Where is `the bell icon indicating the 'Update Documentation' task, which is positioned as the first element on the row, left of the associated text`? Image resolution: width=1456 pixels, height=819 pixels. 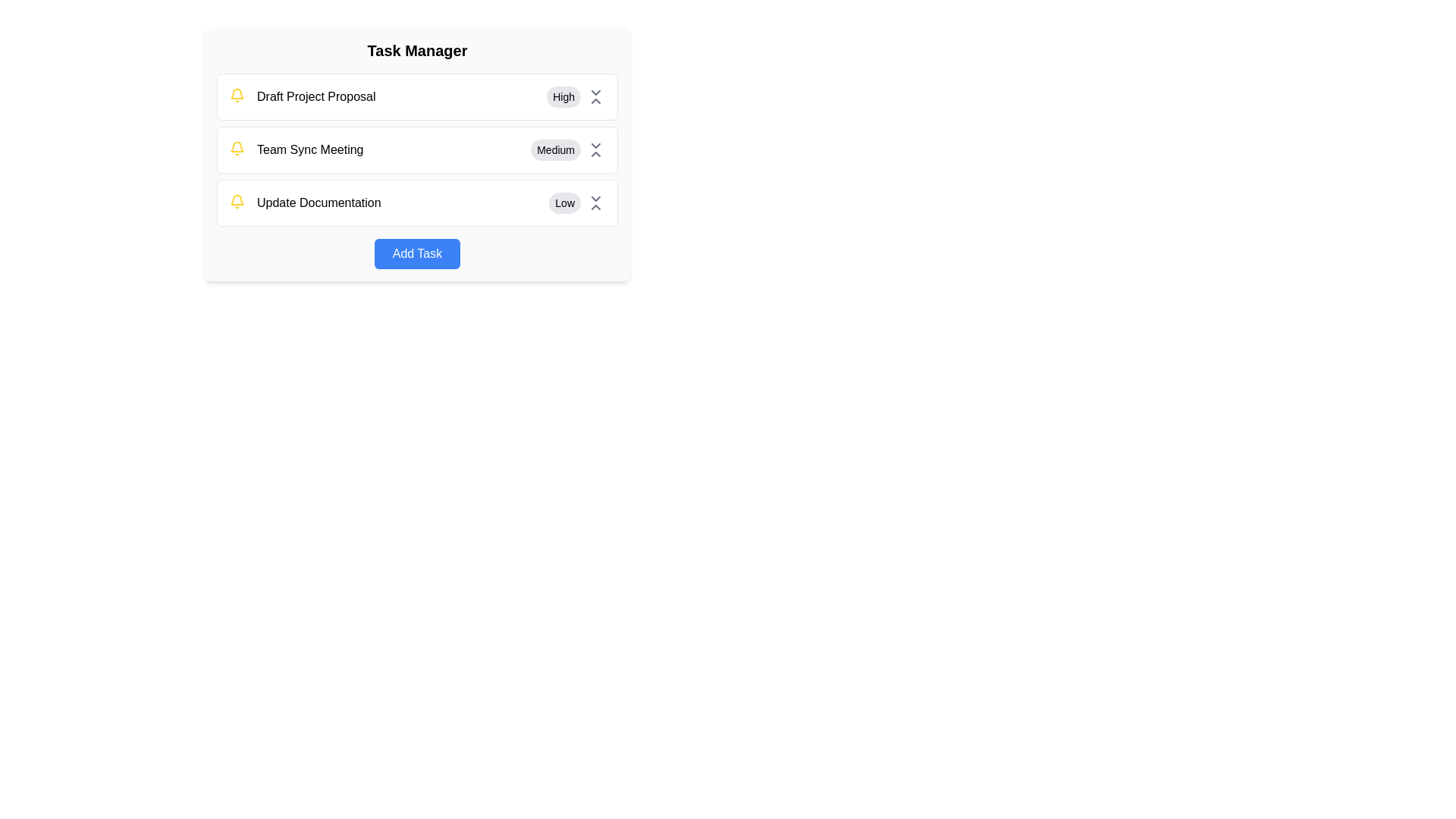
the bell icon indicating the 'Update Documentation' task, which is positioned as the first element on the row, left of the associated text is located at coordinates (236, 201).